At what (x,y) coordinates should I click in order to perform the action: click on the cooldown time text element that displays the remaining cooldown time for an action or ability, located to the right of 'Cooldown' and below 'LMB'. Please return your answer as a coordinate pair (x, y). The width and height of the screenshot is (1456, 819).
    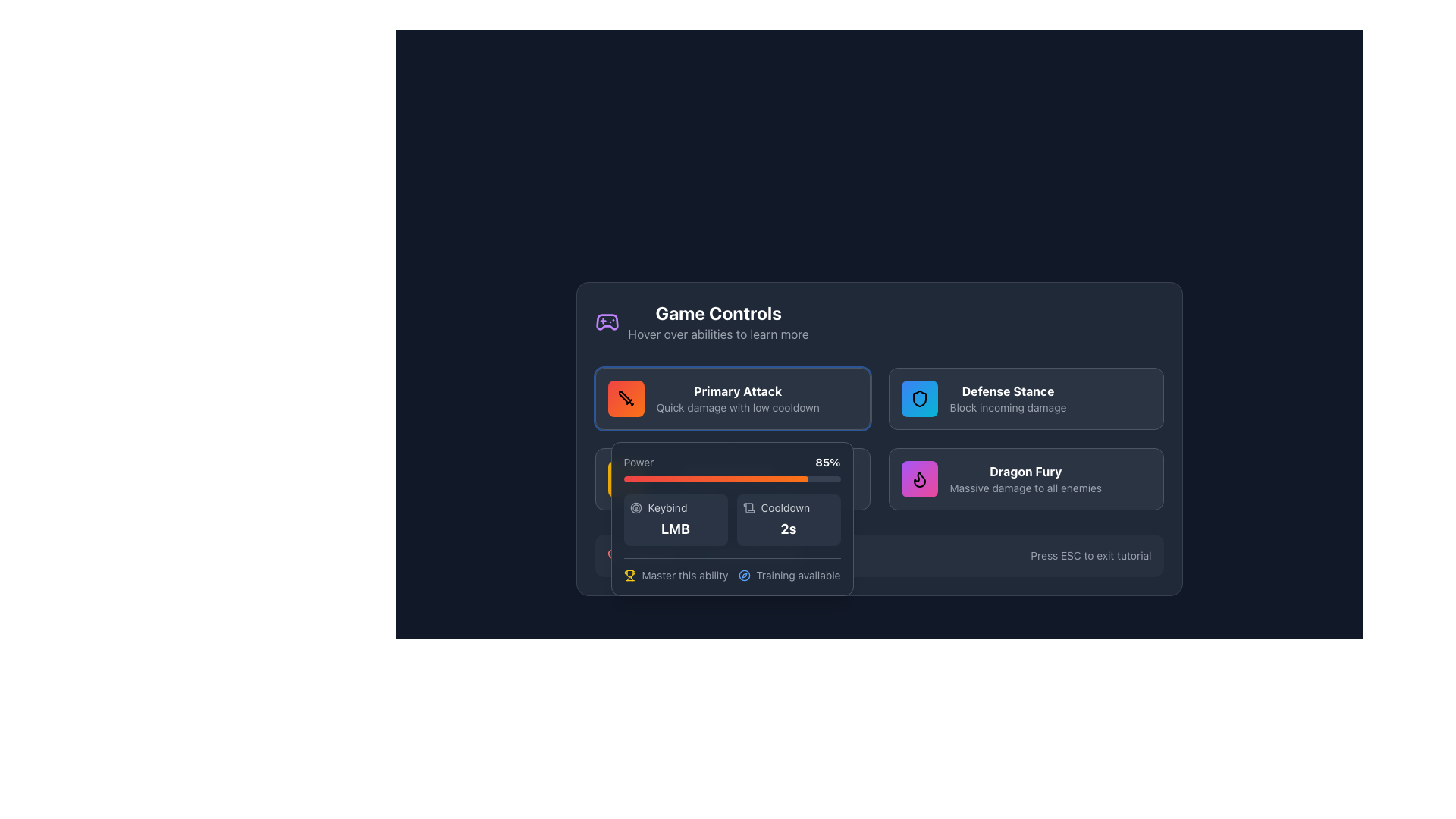
    Looking at the image, I should click on (789, 529).